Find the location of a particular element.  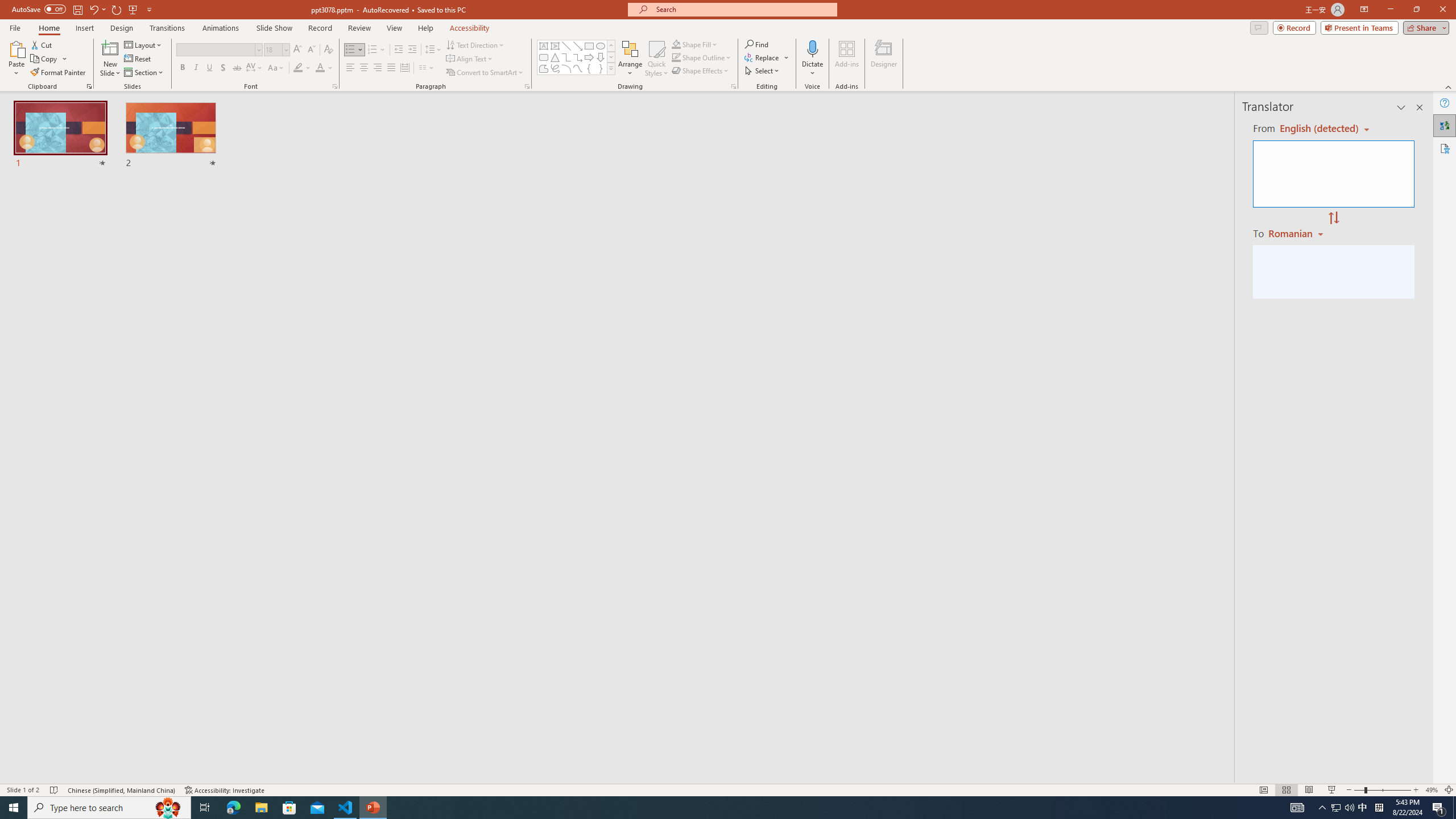

'Shape Effects' is located at coordinates (700, 69).